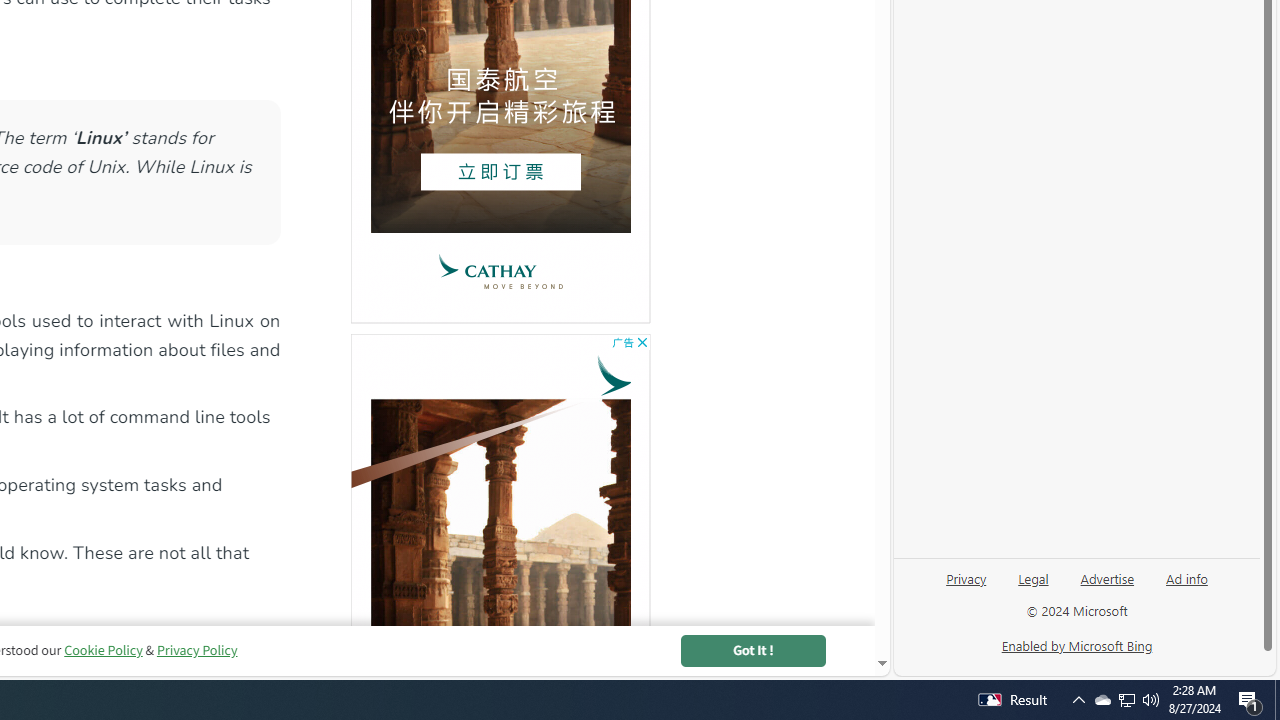  I want to click on 'Legal', so click(1033, 577).